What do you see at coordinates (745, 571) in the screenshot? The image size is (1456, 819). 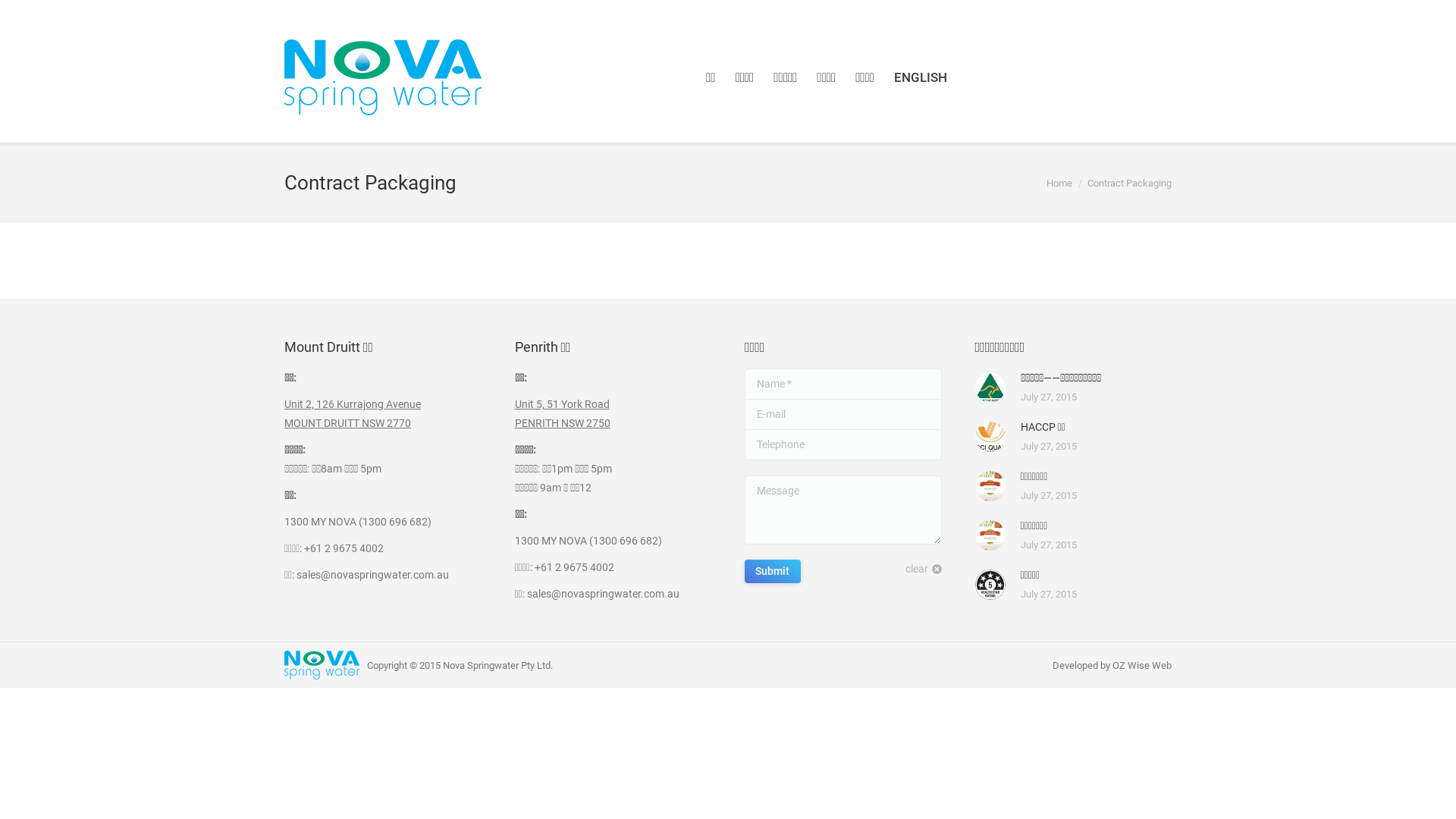 I see `'Submit'` at bounding box center [745, 571].